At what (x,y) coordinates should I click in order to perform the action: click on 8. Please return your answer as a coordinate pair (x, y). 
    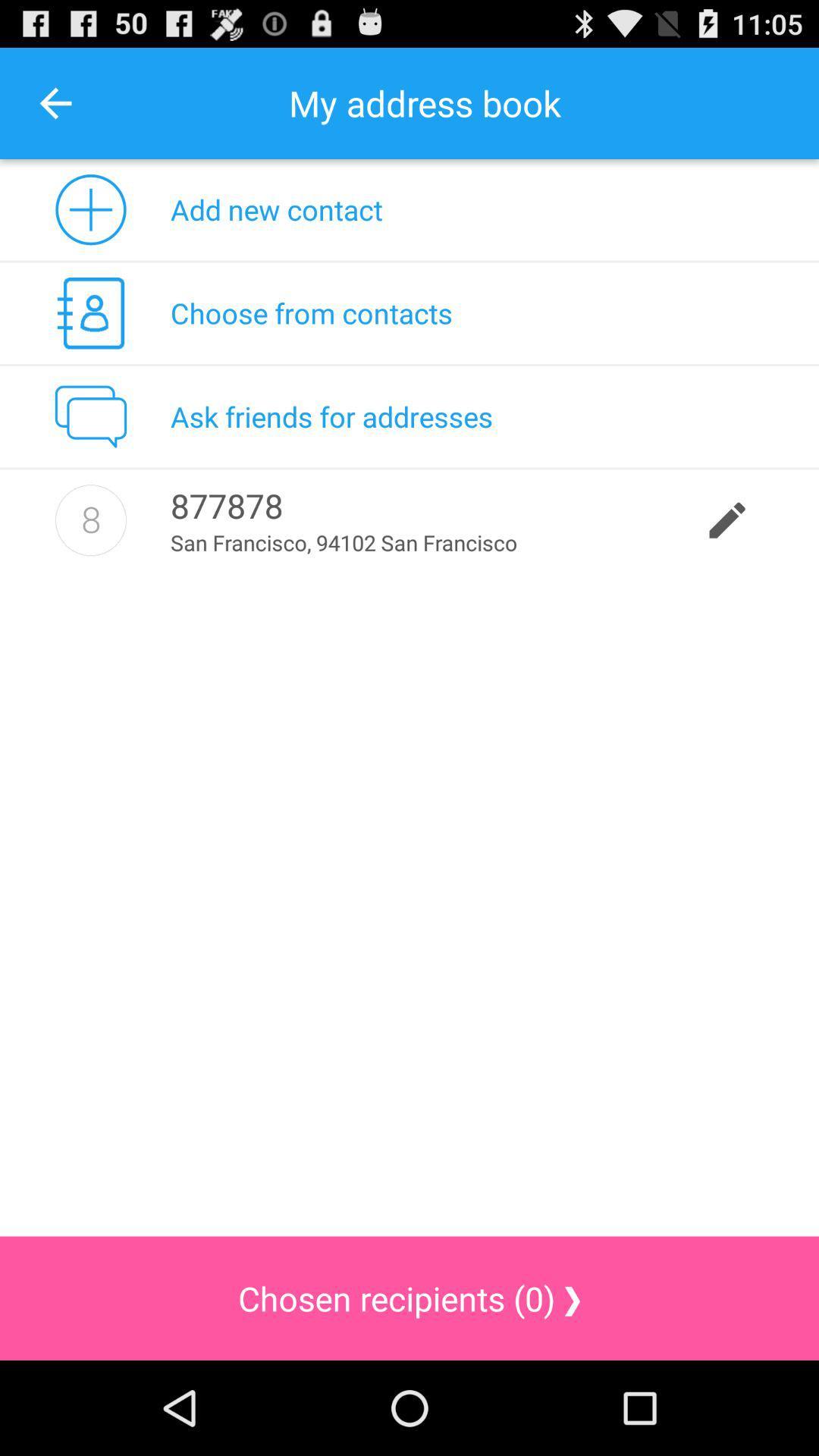
    Looking at the image, I should click on (90, 520).